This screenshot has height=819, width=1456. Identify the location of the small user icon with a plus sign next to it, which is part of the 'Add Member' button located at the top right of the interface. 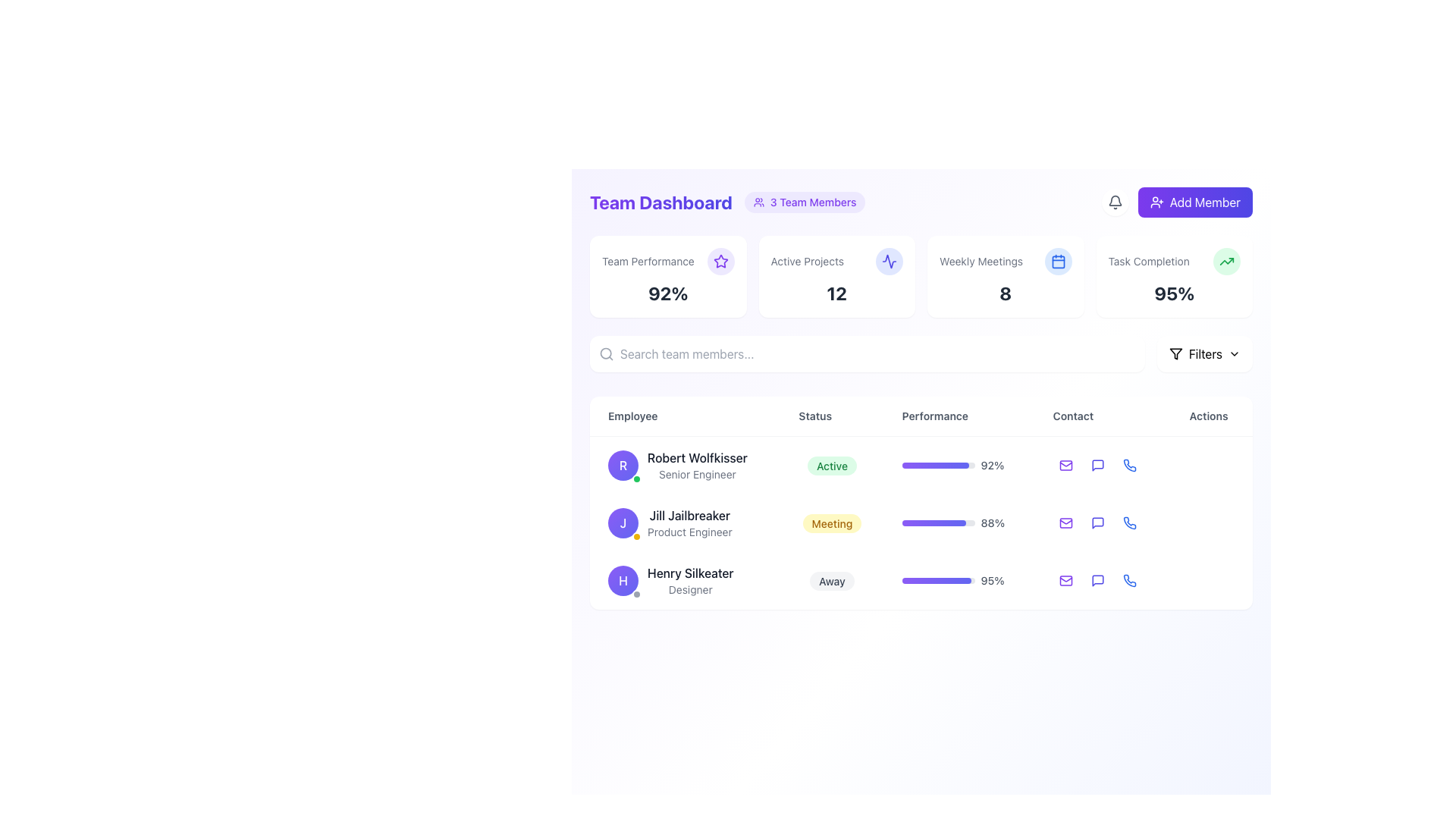
(1156, 201).